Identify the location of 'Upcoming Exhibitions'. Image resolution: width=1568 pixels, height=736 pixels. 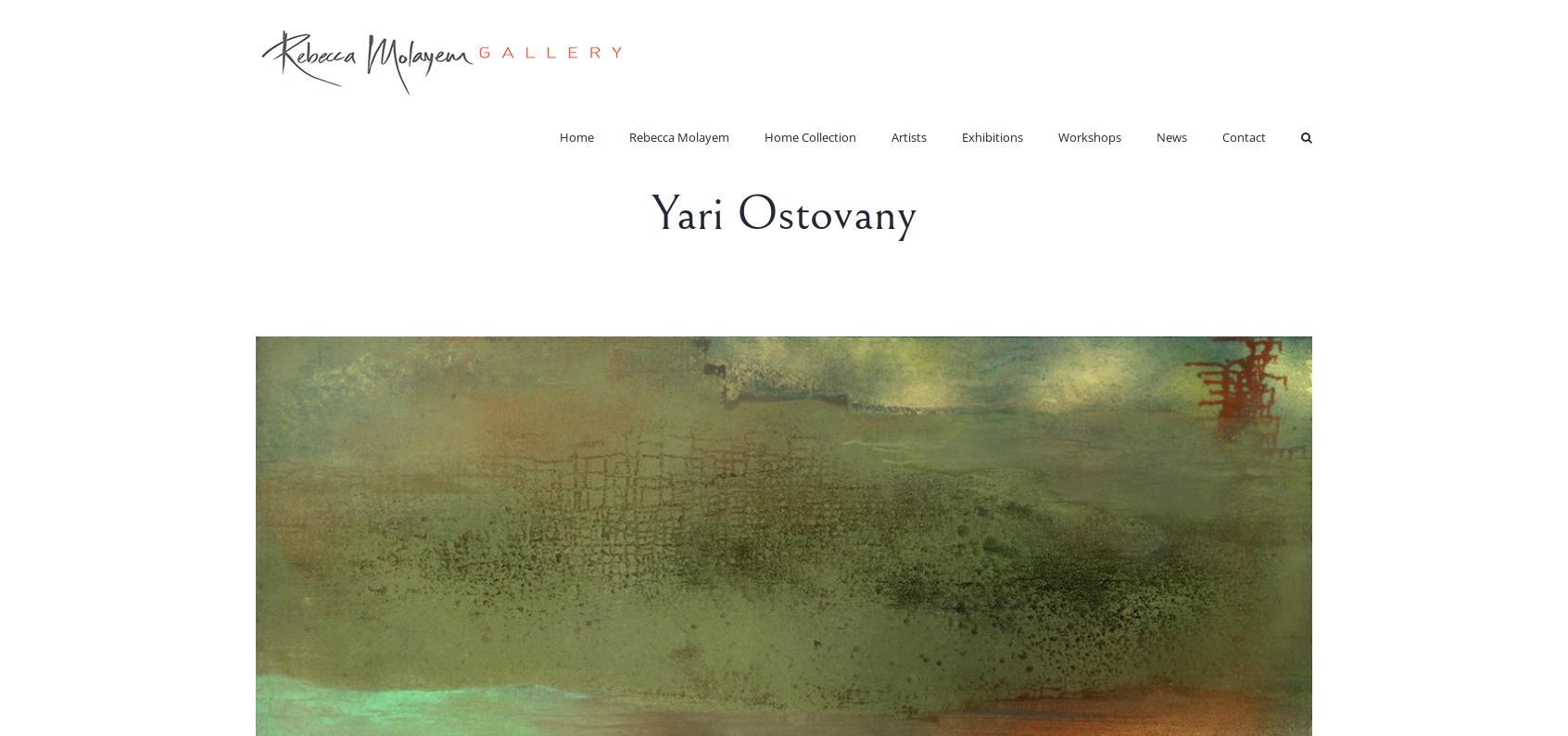
(1040, 169).